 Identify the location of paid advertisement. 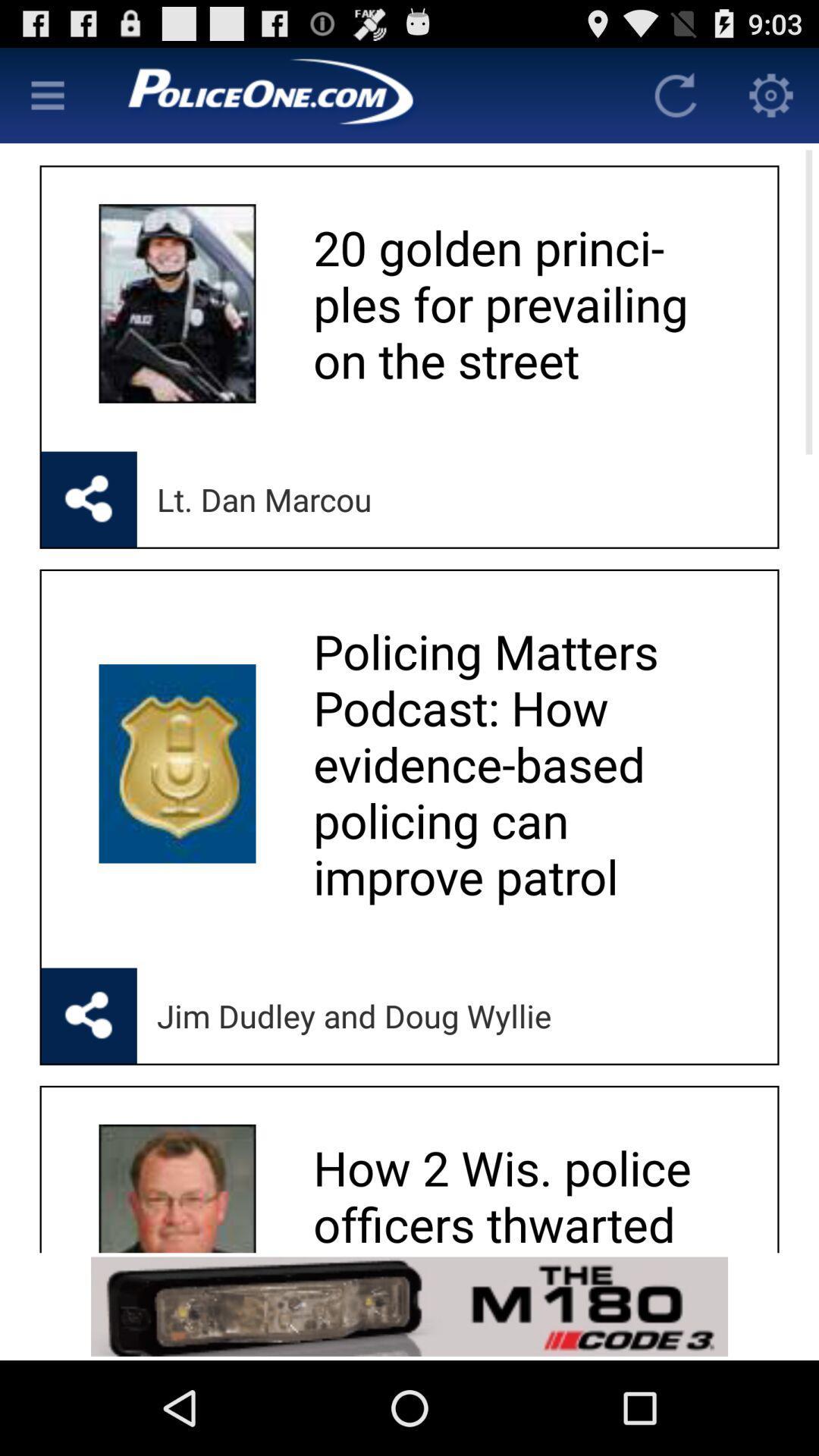
(409, 1306).